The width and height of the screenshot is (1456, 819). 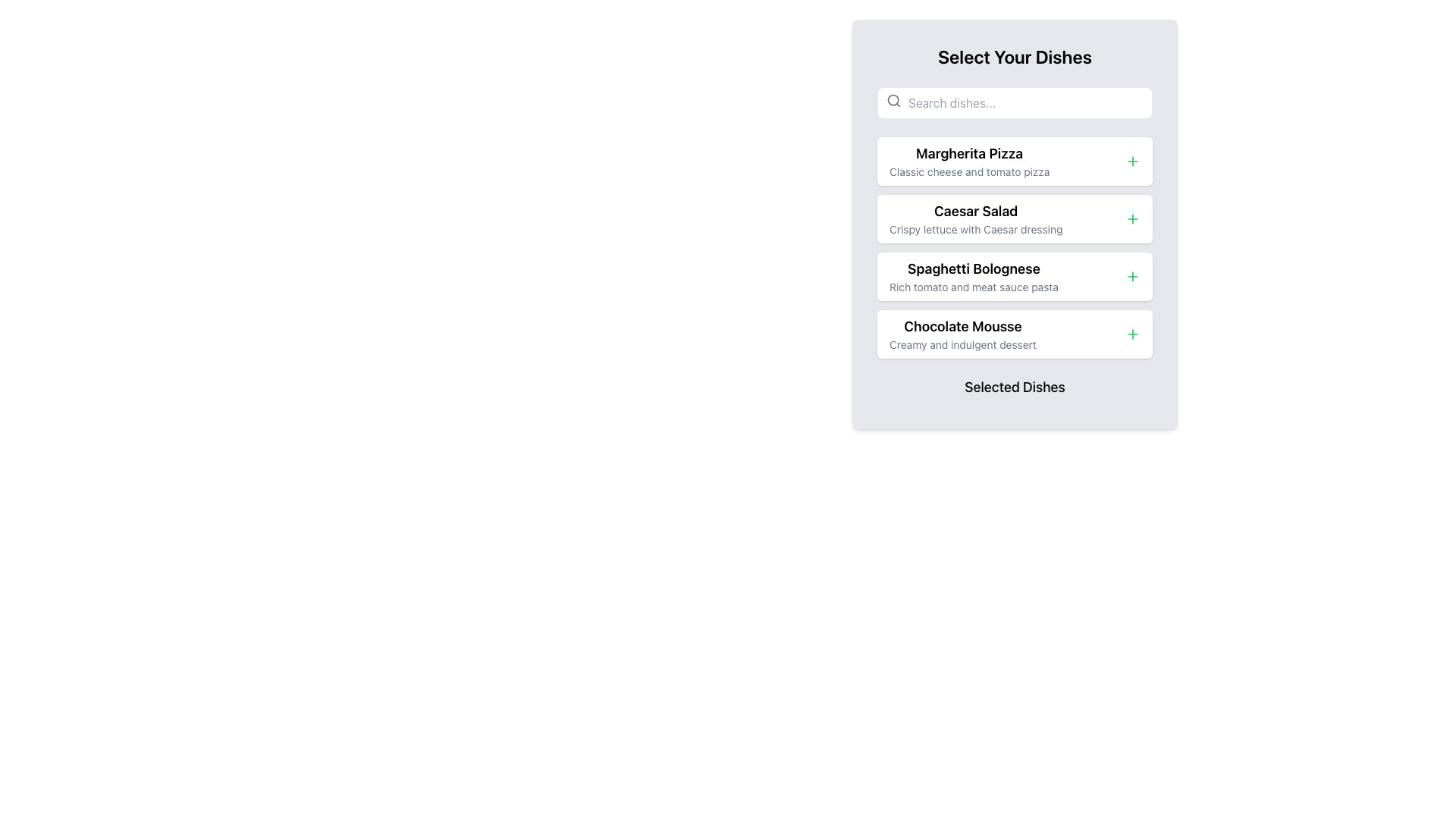 What do you see at coordinates (1015, 219) in the screenshot?
I see `the selectable item representing the 'Caesar Salad' dish, which is a menu button with a plus sign, located in the second position of the menu list` at bounding box center [1015, 219].